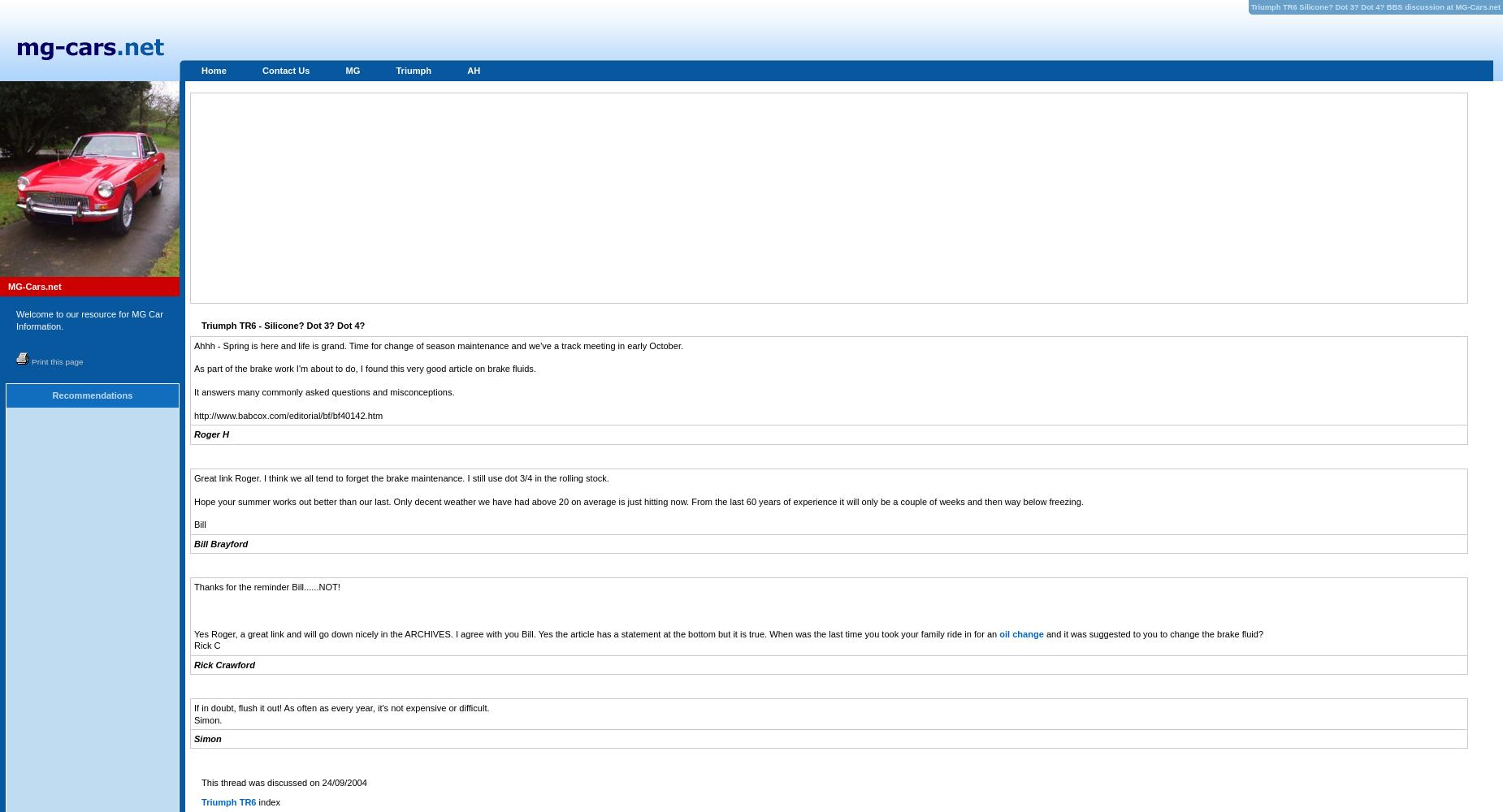 Image resolution: width=1503 pixels, height=812 pixels. Describe the element at coordinates (473, 69) in the screenshot. I see `'AH'` at that location.